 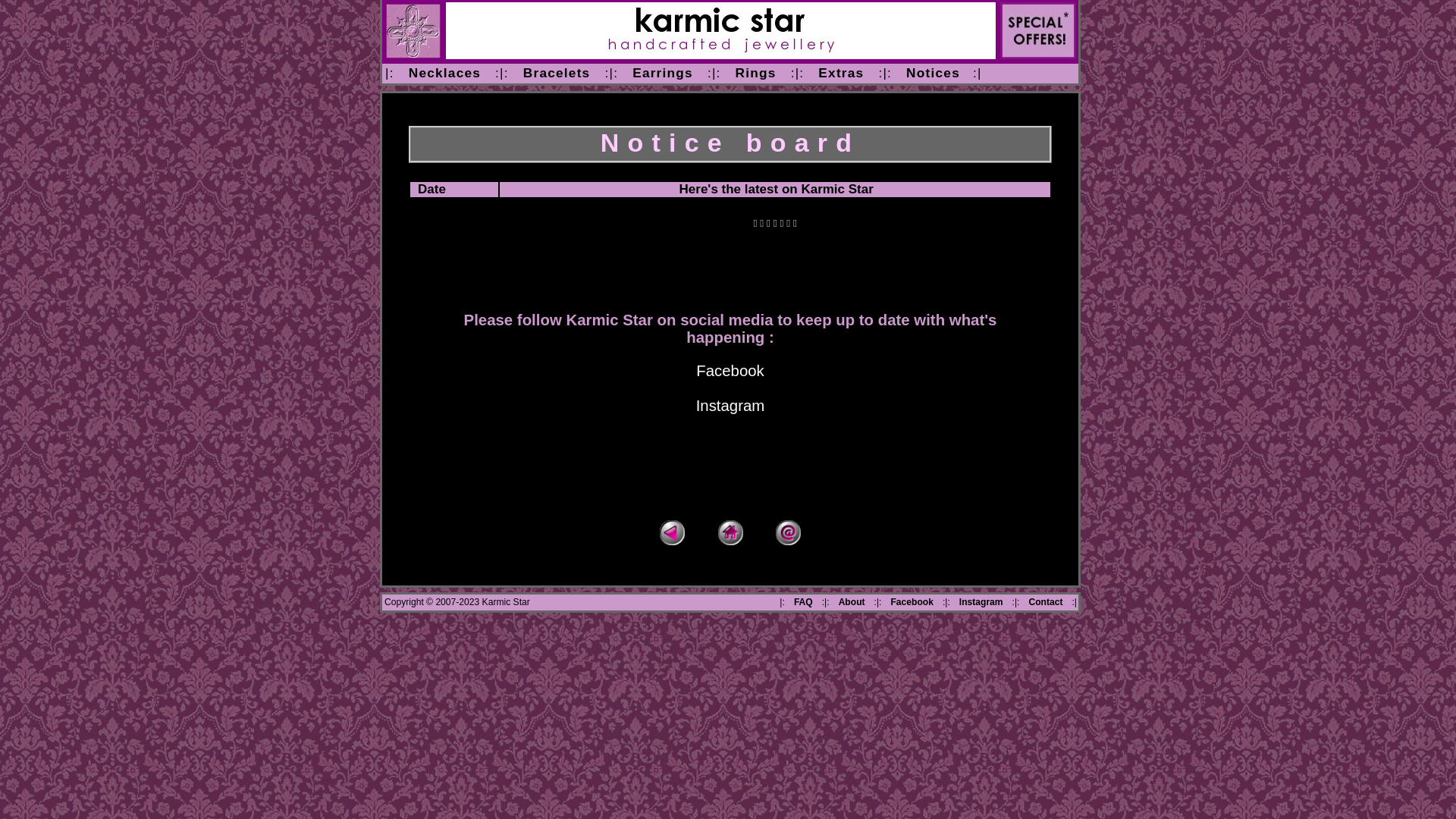 I want to click on 'Instagram', so click(x=695, y=405).